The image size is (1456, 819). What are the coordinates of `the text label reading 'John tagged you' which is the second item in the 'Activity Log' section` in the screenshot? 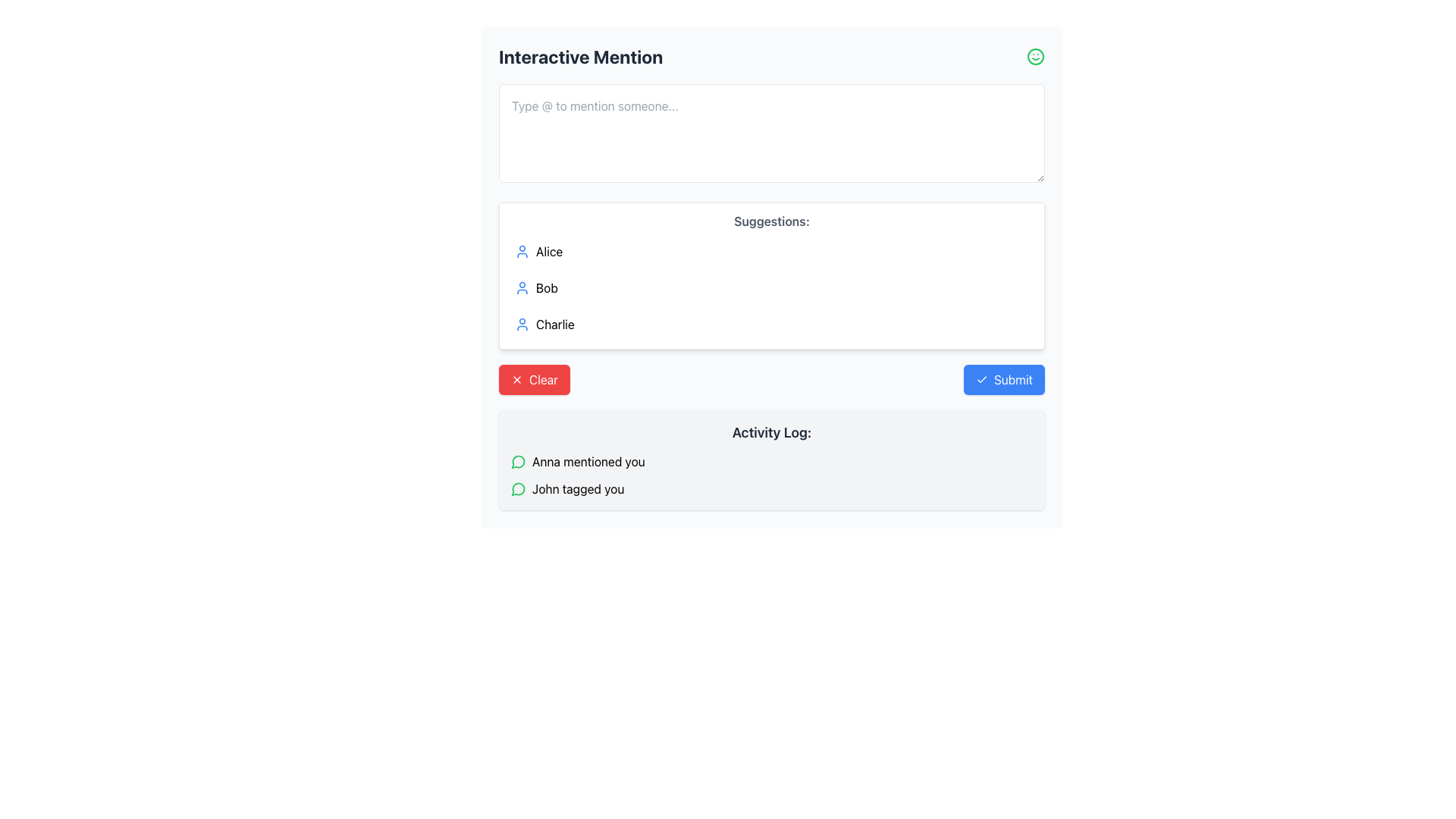 It's located at (577, 488).